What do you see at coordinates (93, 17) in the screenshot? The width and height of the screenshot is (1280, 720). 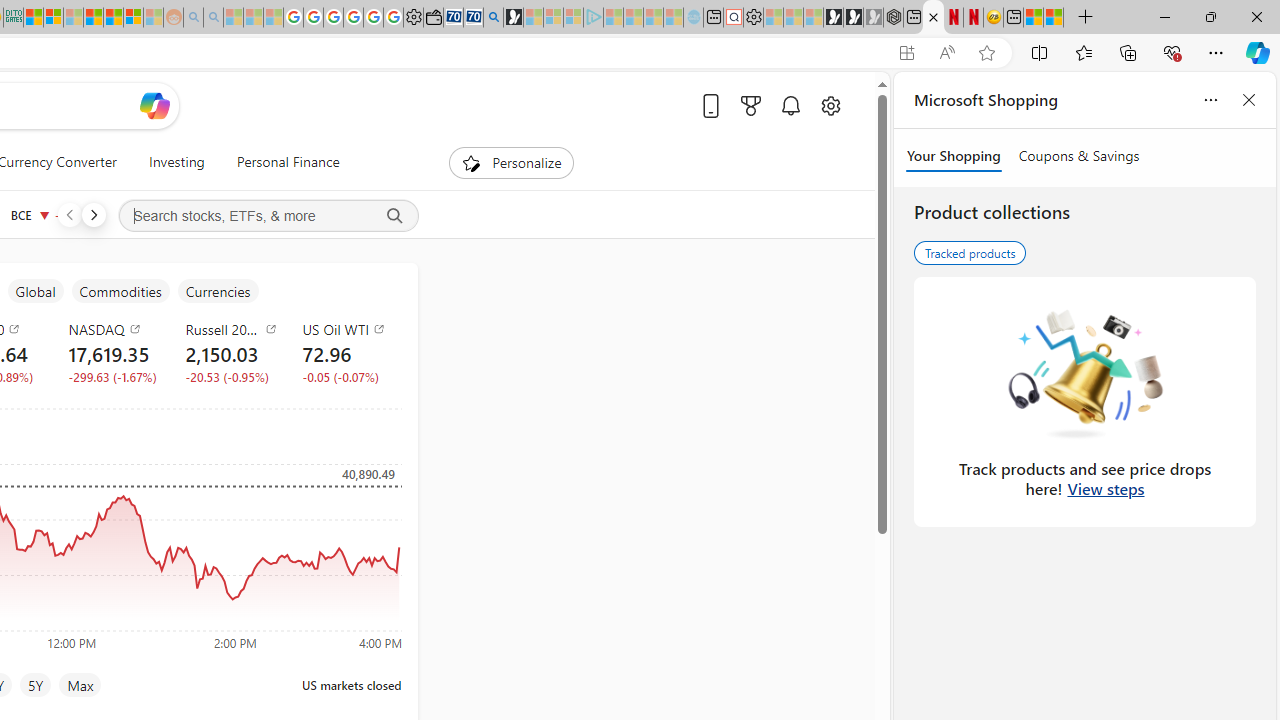 I see `'Expert Portfolios'` at bounding box center [93, 17].